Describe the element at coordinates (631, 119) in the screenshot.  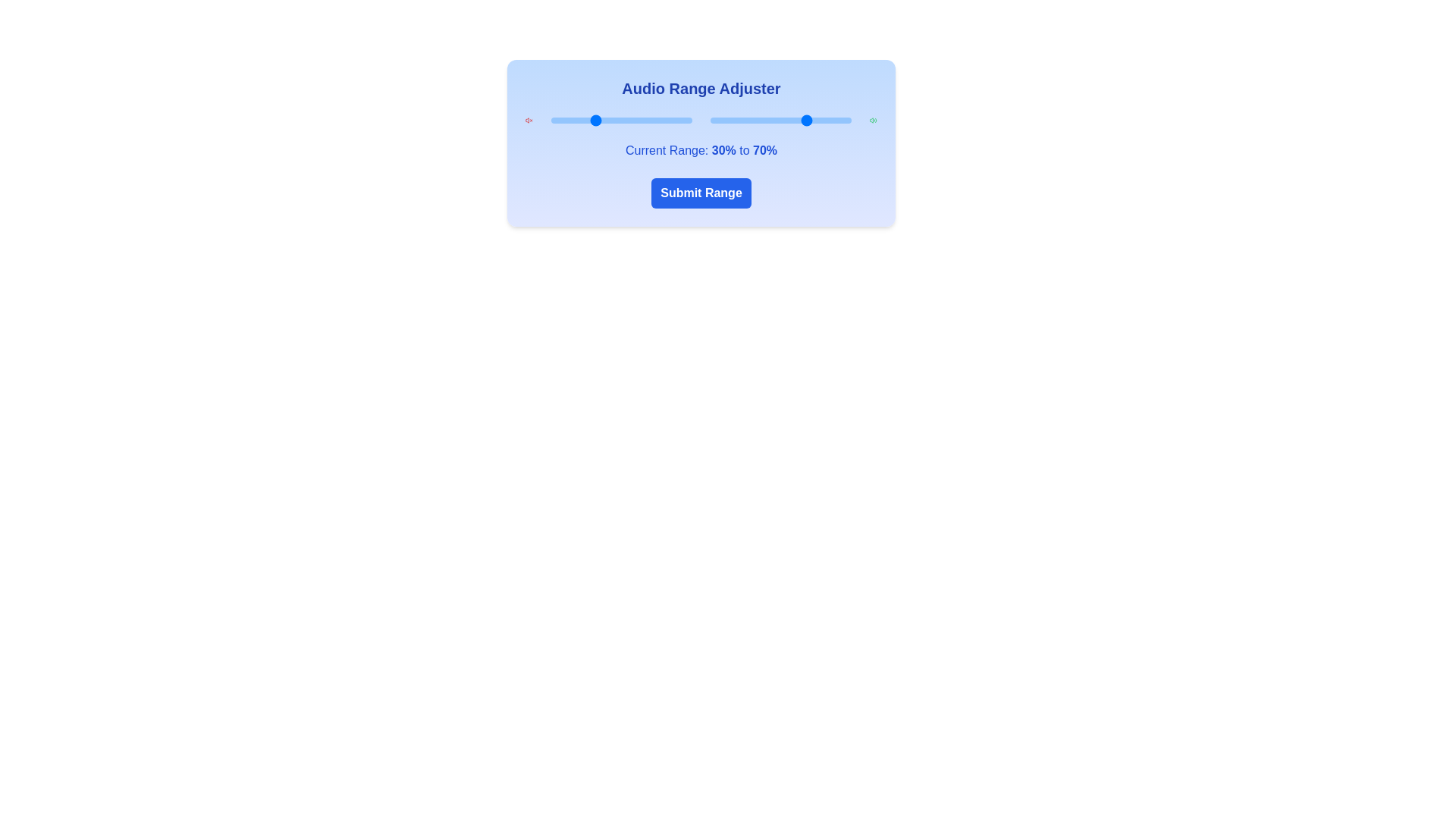
I see `the slider` at that location.